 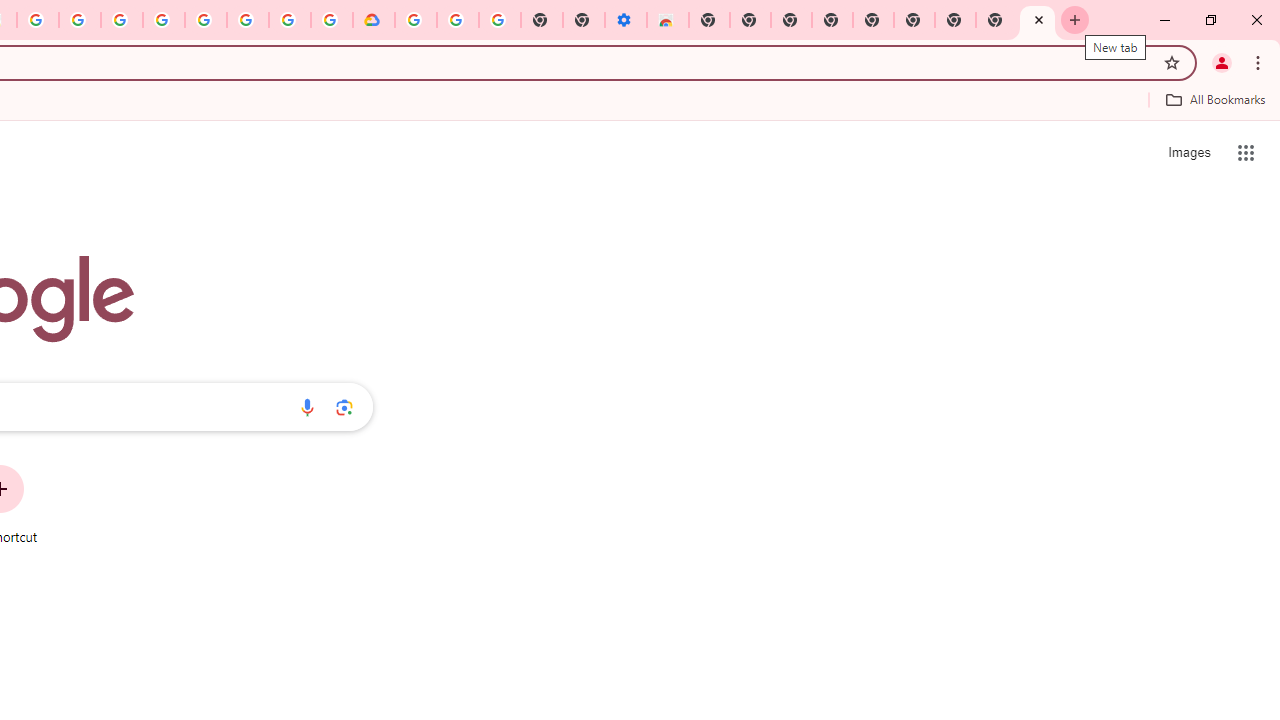 I want to click on 'Chrome Web Store - Accessibility extensions', so click(x=667, y=20).